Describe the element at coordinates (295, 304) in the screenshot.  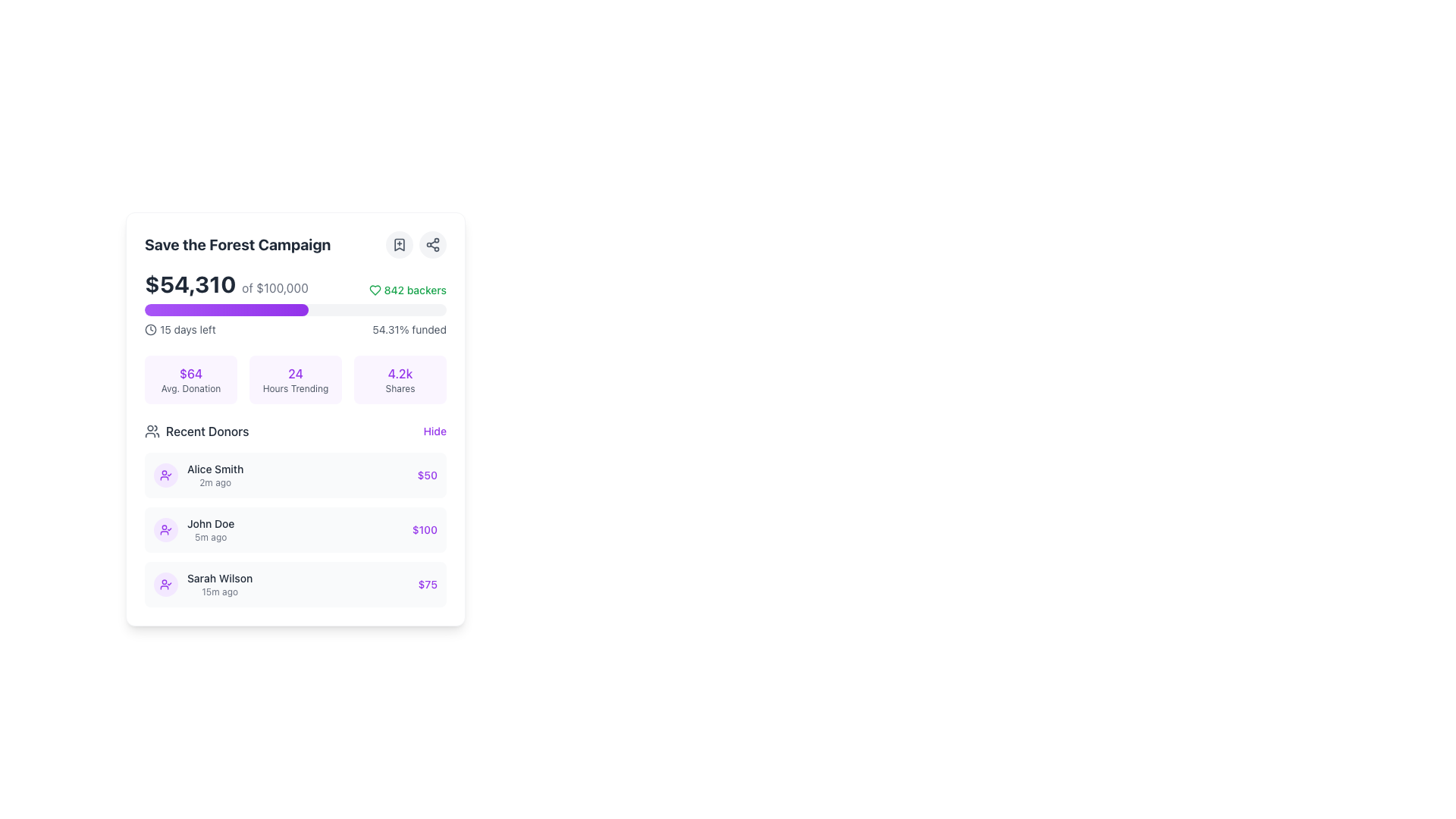
I see `the Progress and Information Display element which shows the current amount raised ('$54,310'), goal amount ('of $100,000'), number of backers ('842 backers'), and a purple progress bar indicating funding percentage ('54.31% funded')` at that location.